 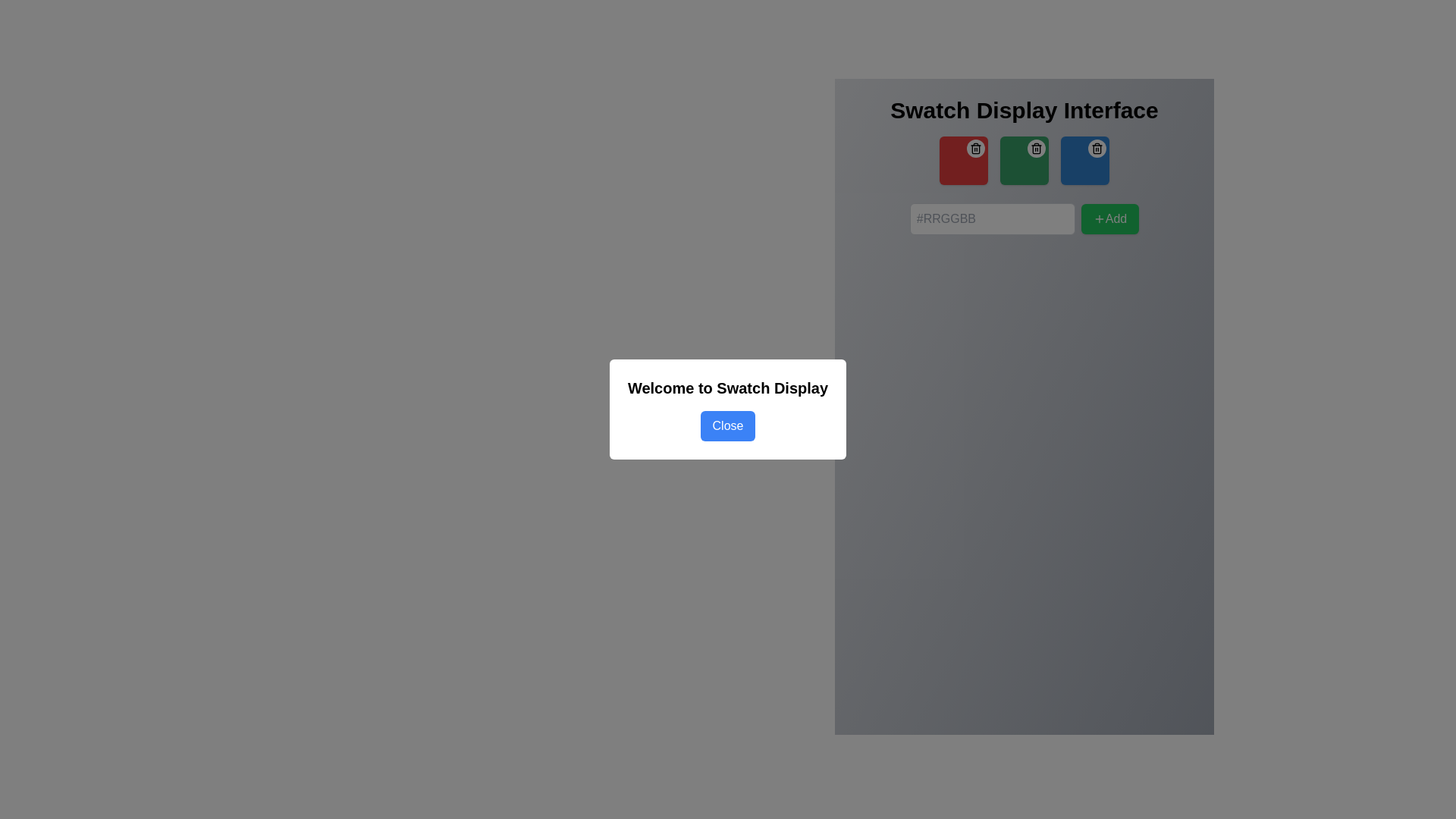 What do you see at coordinates (1097, 149) in the screenshot?
I see `the small circular button with a trash can icon located at the top-right of the blue rectangular swatch` at bounding box center [1097, 149].